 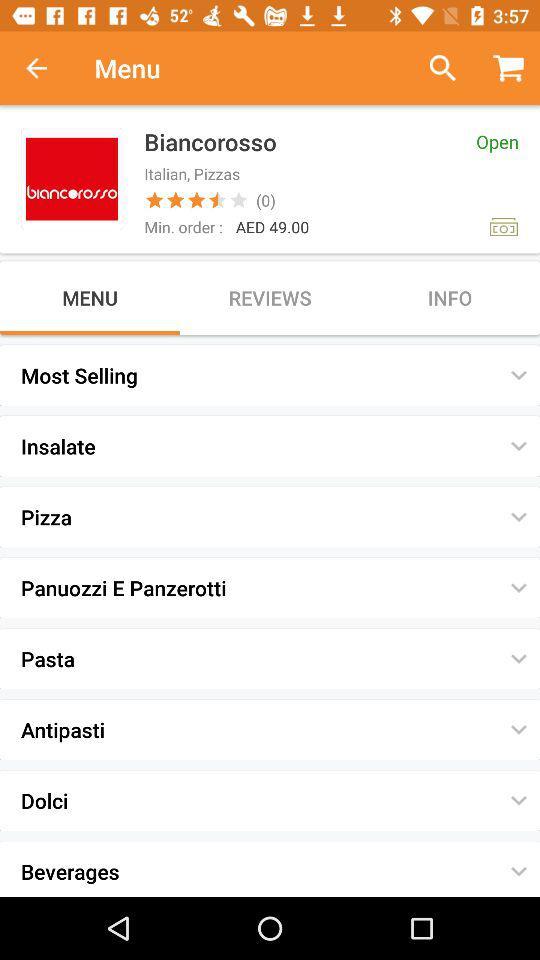 I want to click on return to the previous screen, so click(x=47, y=68).